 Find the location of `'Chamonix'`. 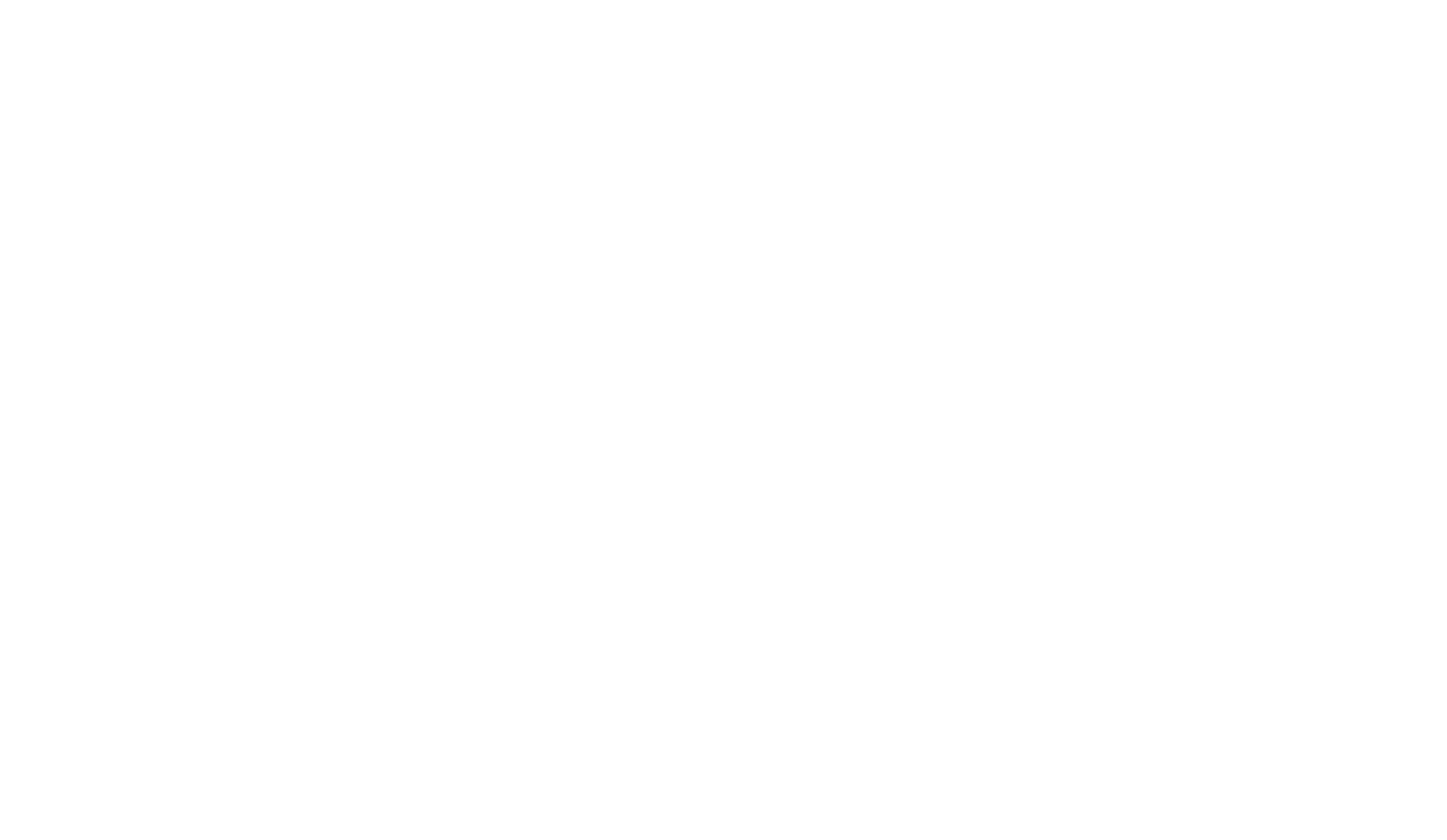

'Chamonix' is located at coordinates (346, 120).